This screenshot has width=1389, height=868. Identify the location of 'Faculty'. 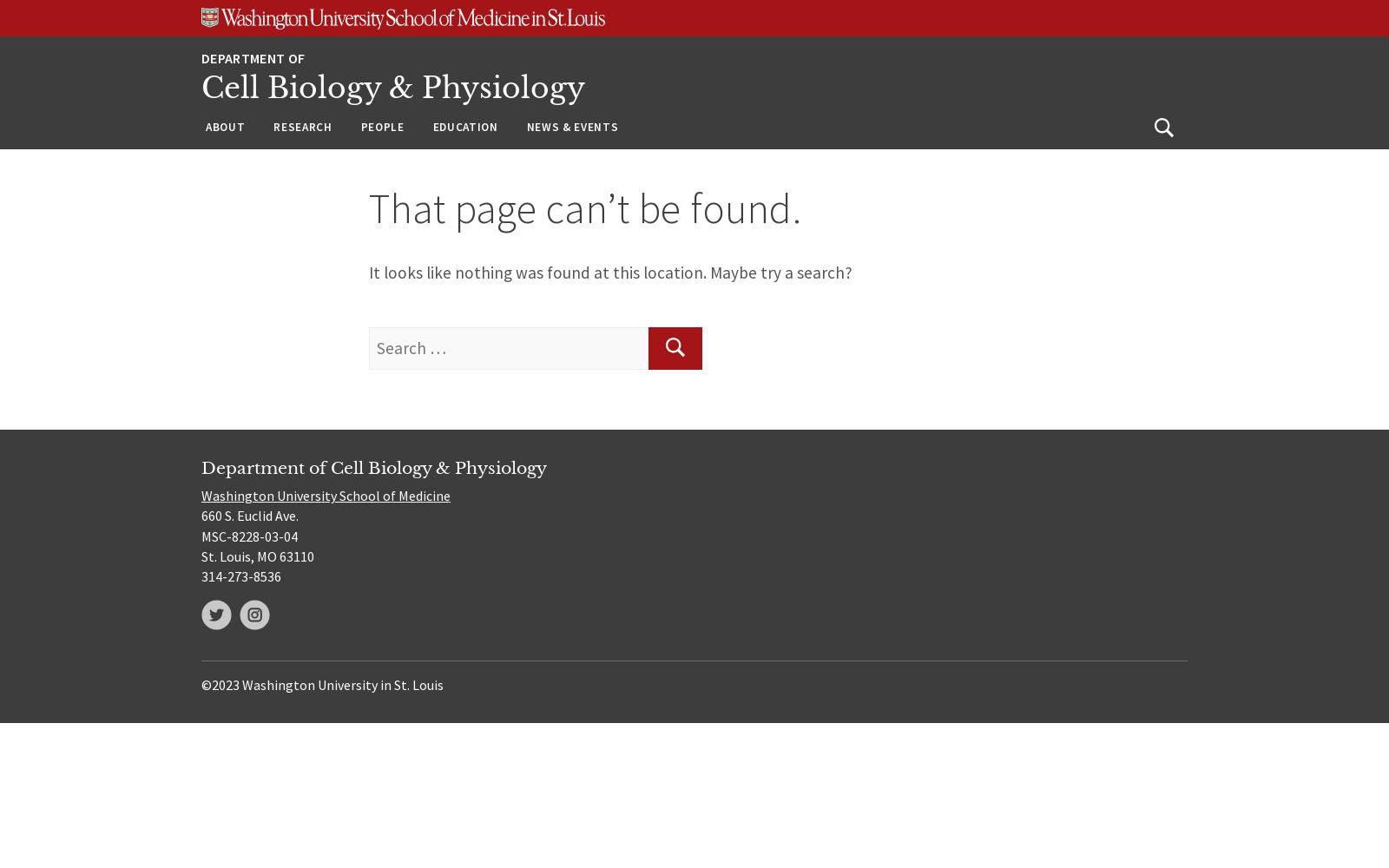
(385, 168).